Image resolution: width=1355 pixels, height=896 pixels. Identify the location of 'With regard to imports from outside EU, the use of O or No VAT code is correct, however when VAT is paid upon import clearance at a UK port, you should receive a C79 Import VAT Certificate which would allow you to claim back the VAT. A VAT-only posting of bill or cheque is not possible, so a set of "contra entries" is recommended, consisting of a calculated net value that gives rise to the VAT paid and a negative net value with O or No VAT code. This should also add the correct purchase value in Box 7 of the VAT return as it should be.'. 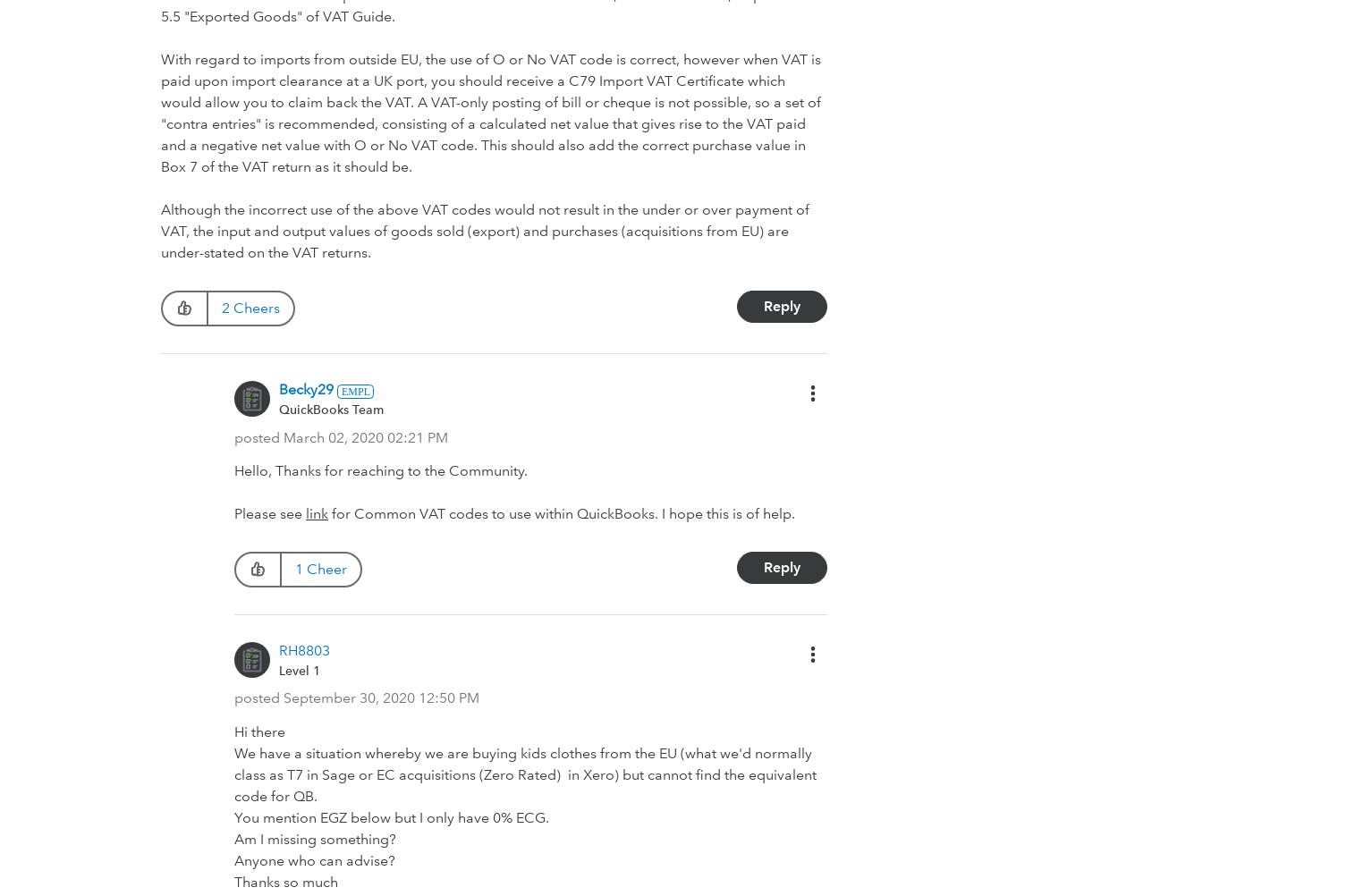
(490, 112).